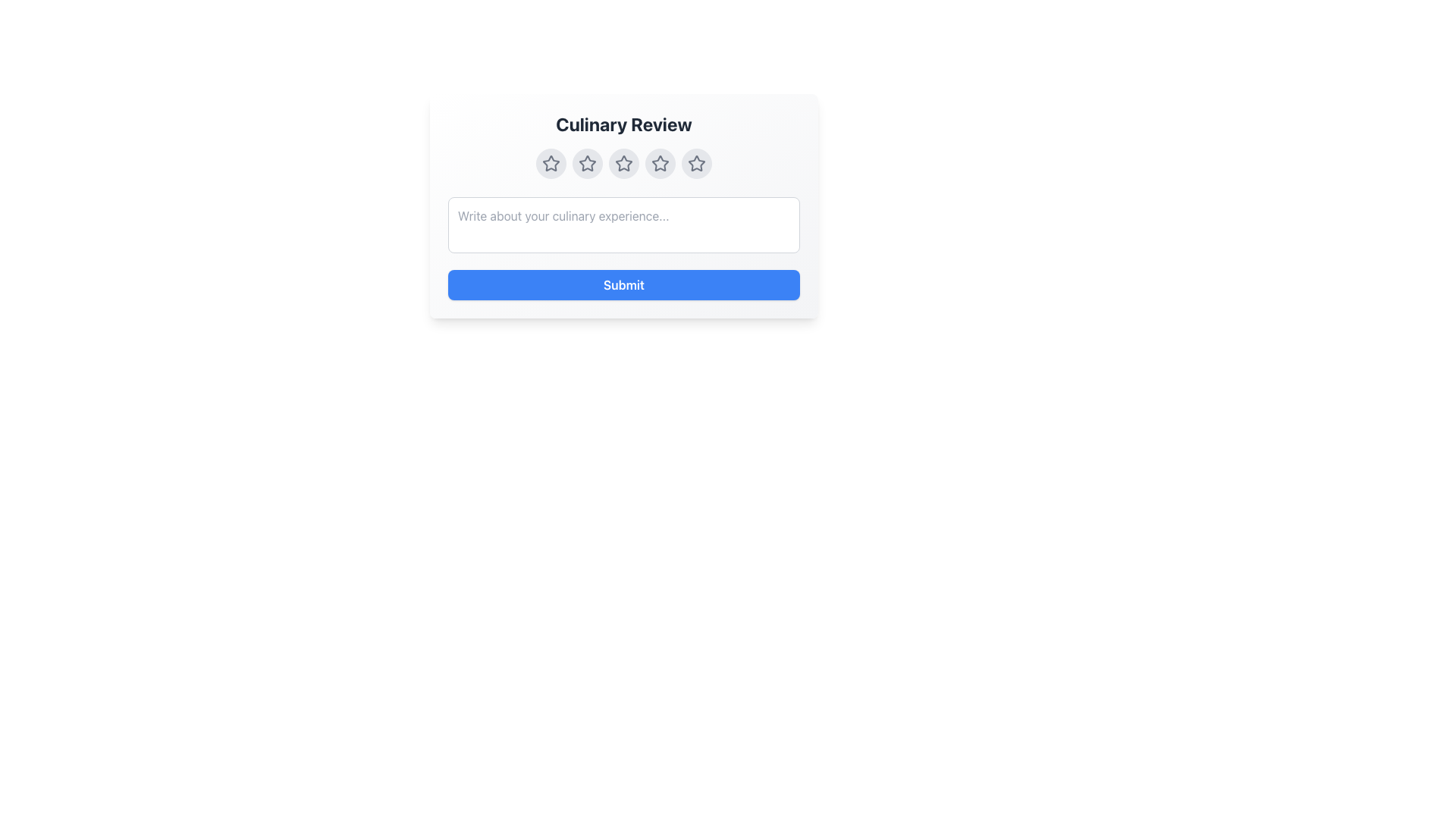 The width and height of the screenshot is (1456, 819). What do you see at coordinates (550, 164) in the screenshot?
I see `the first star-shaped icon within the circular button in the rating system below the 'Culinary Review' heading` at bounding box center [550, 164].